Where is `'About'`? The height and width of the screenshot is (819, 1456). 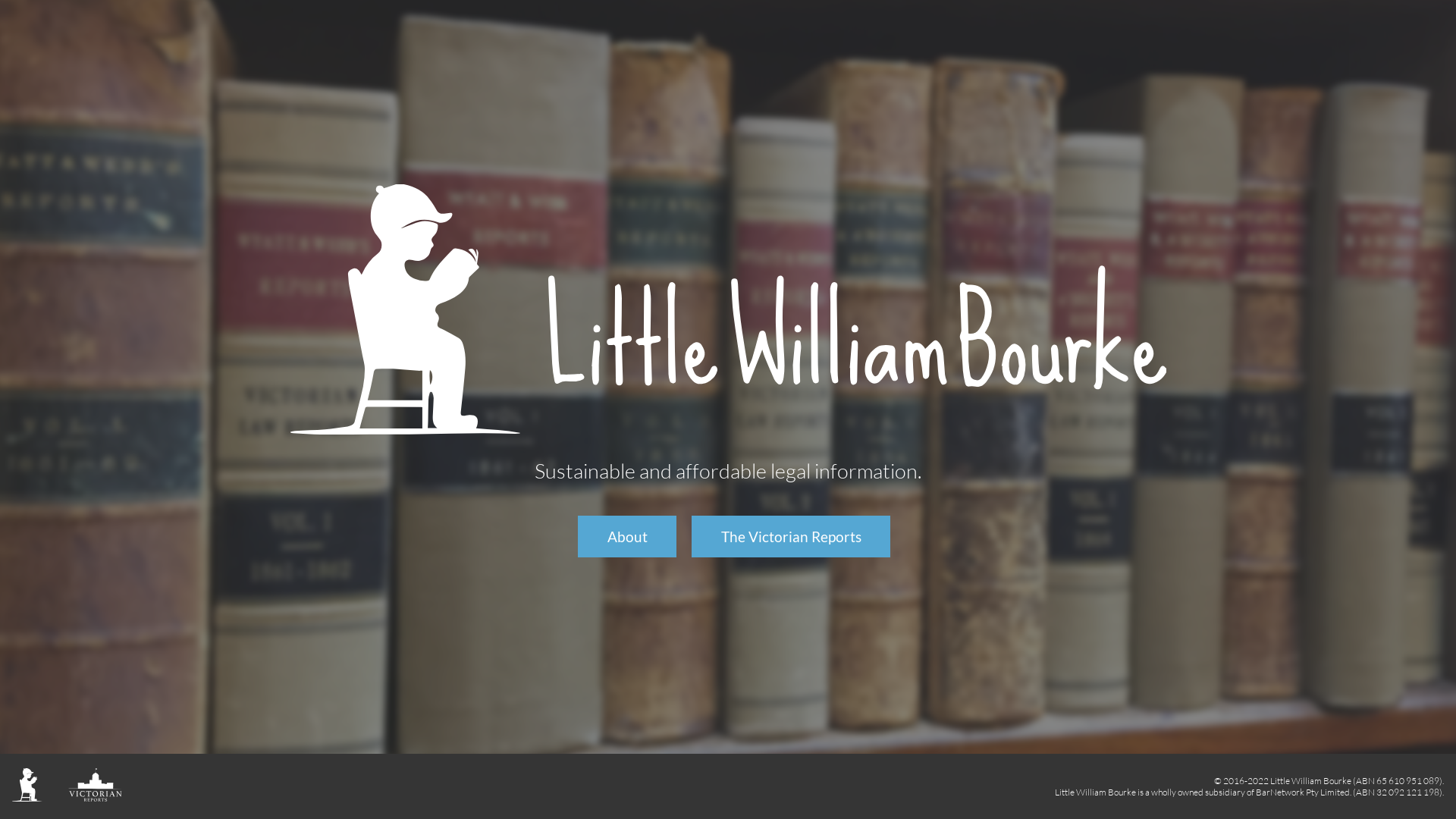 'About' is located at coordinates (626, 536).